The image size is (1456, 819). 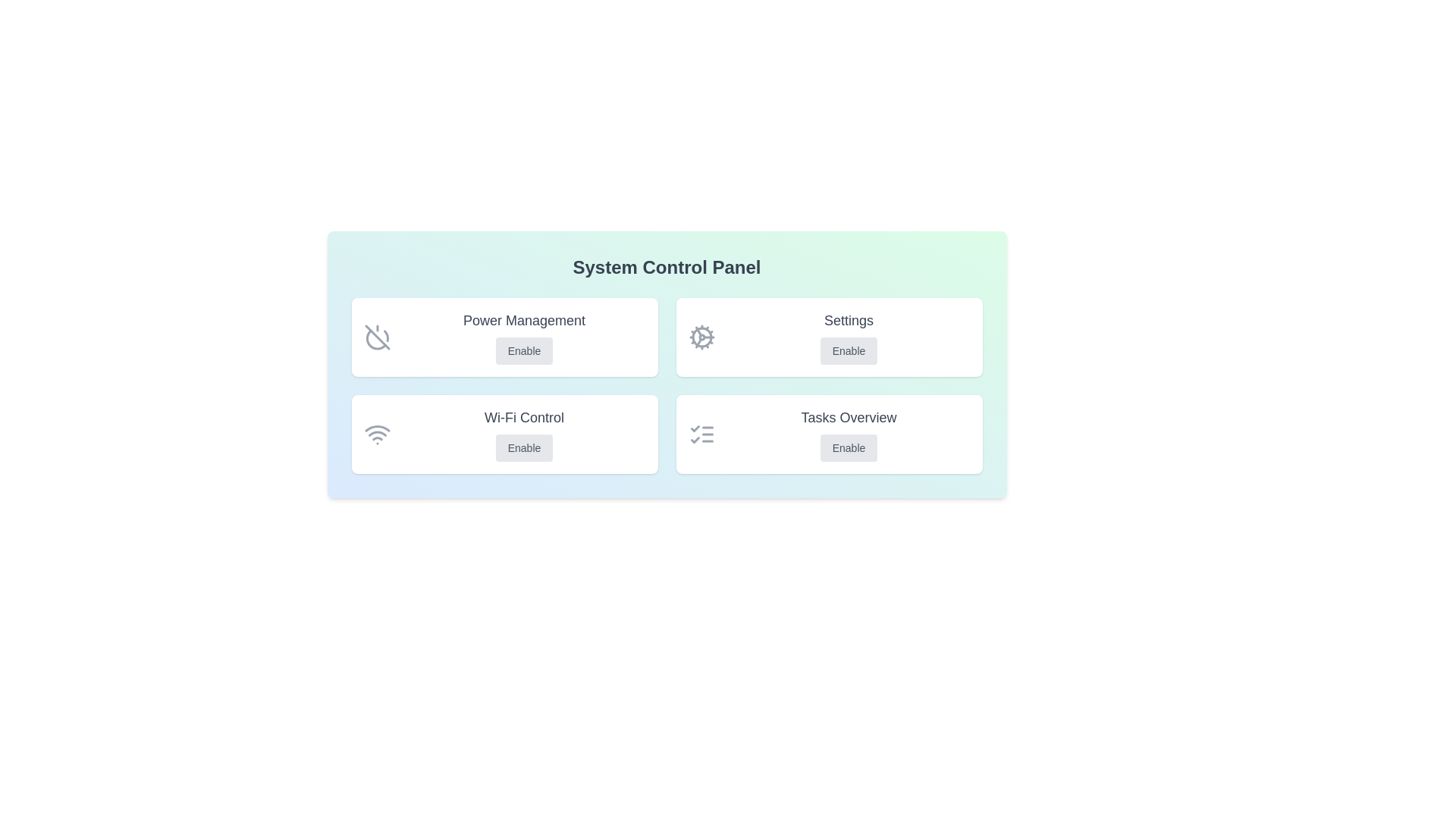 I want to click on the 'Enable' button on the Wi-Fi management card located in the lower-left quadrant of the grid layout, so click(x=504, y=435).